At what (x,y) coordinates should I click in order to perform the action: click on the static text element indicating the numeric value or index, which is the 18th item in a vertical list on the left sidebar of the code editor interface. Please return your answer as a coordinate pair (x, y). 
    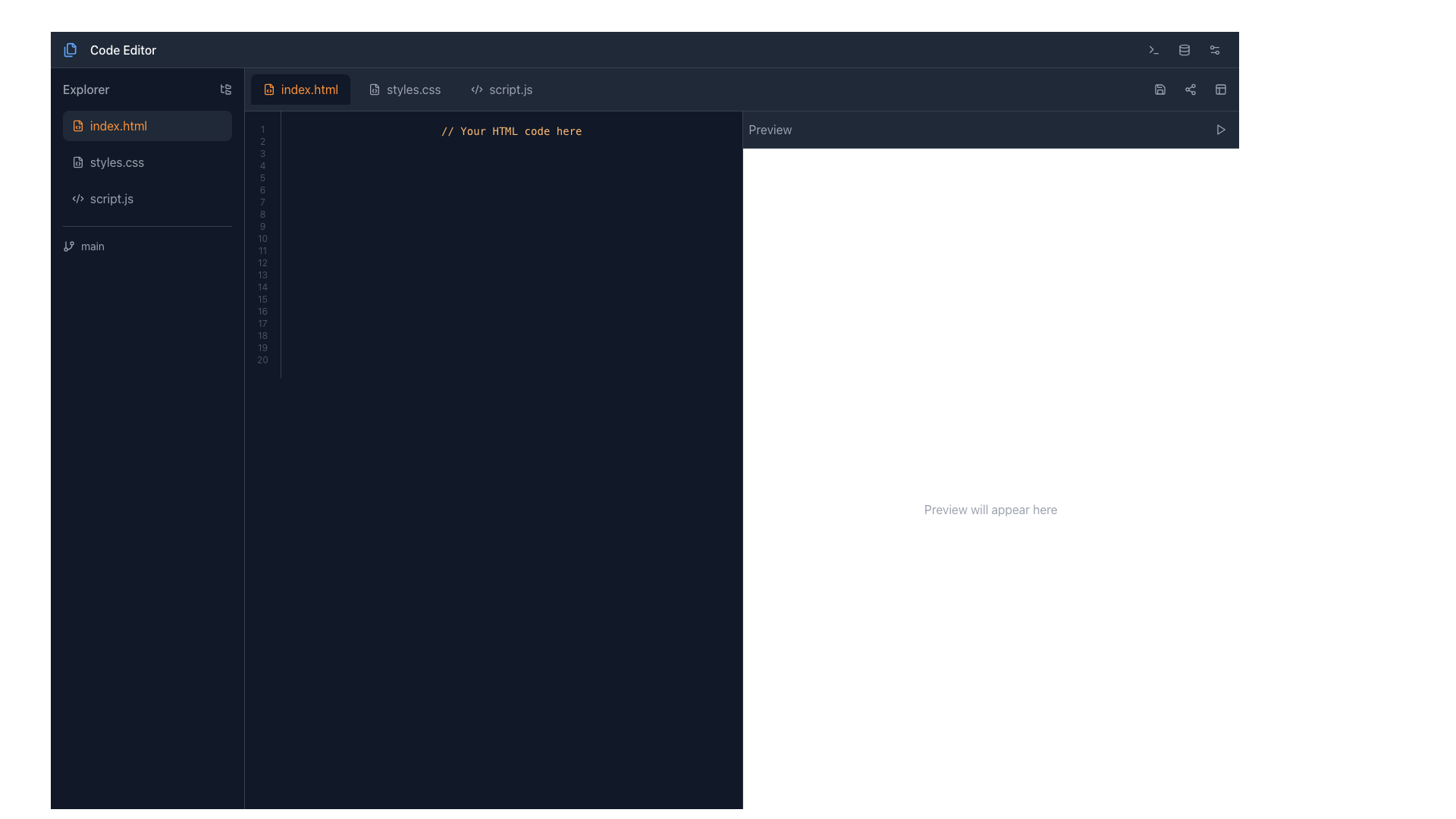
    Looking at the image, I should click on (262, 335).